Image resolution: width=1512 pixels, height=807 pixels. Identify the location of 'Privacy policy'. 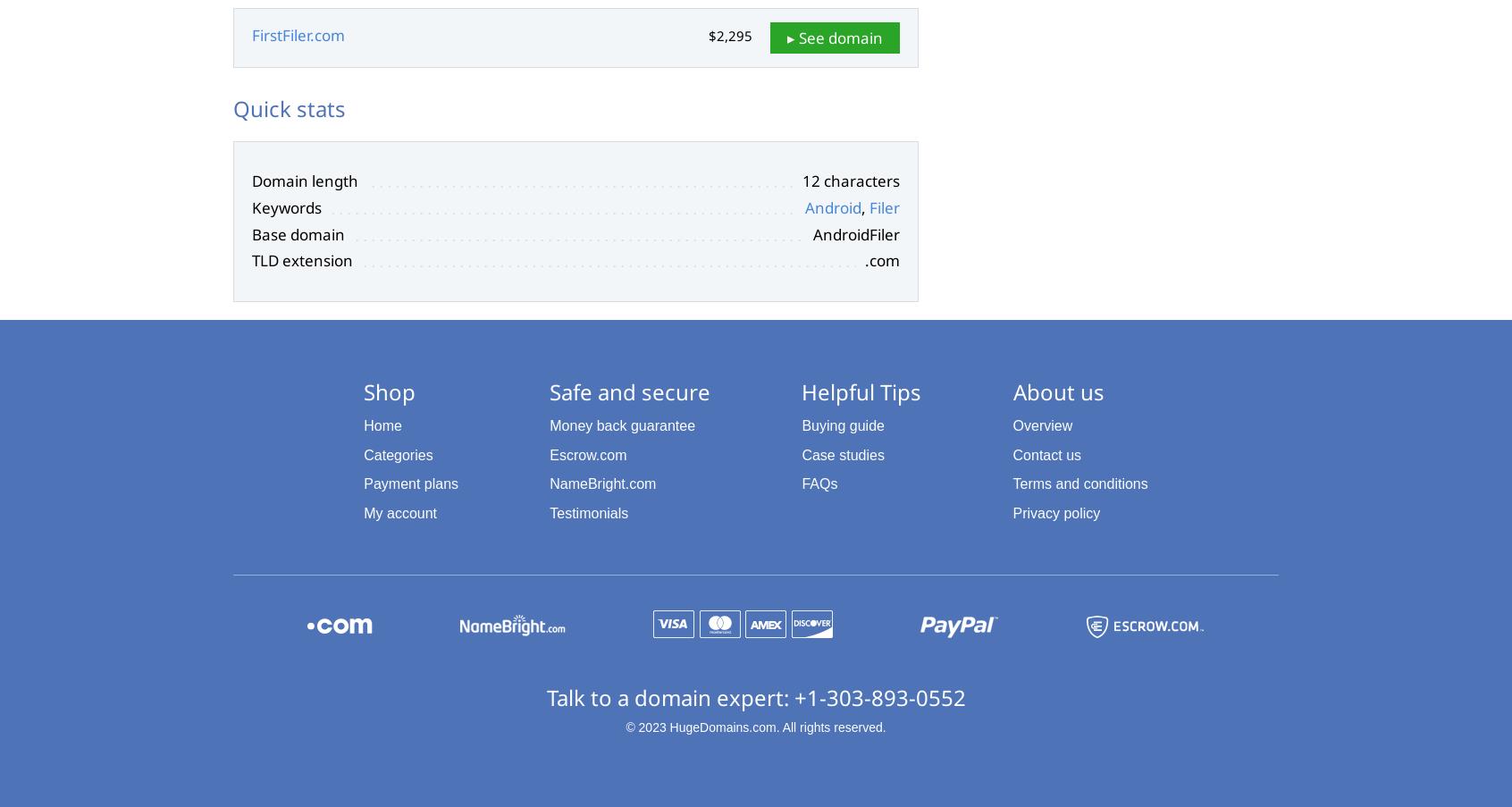
(1011, 512).